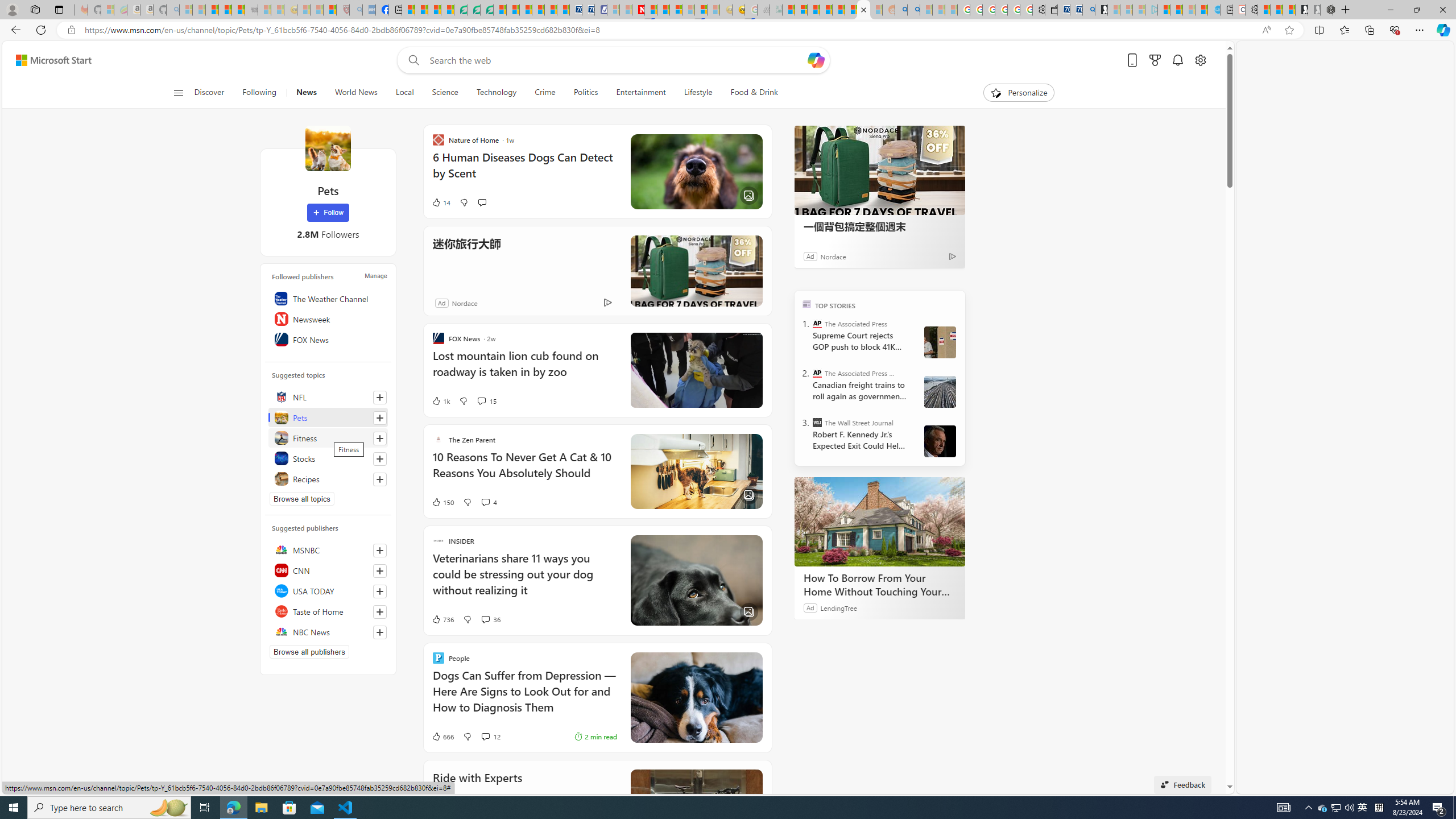 This screenshot has height=819, width=1456. What do you see at coordinates (411, 60) in the screenshot?
I see `'Web search'` at bounding box center [411, 60].